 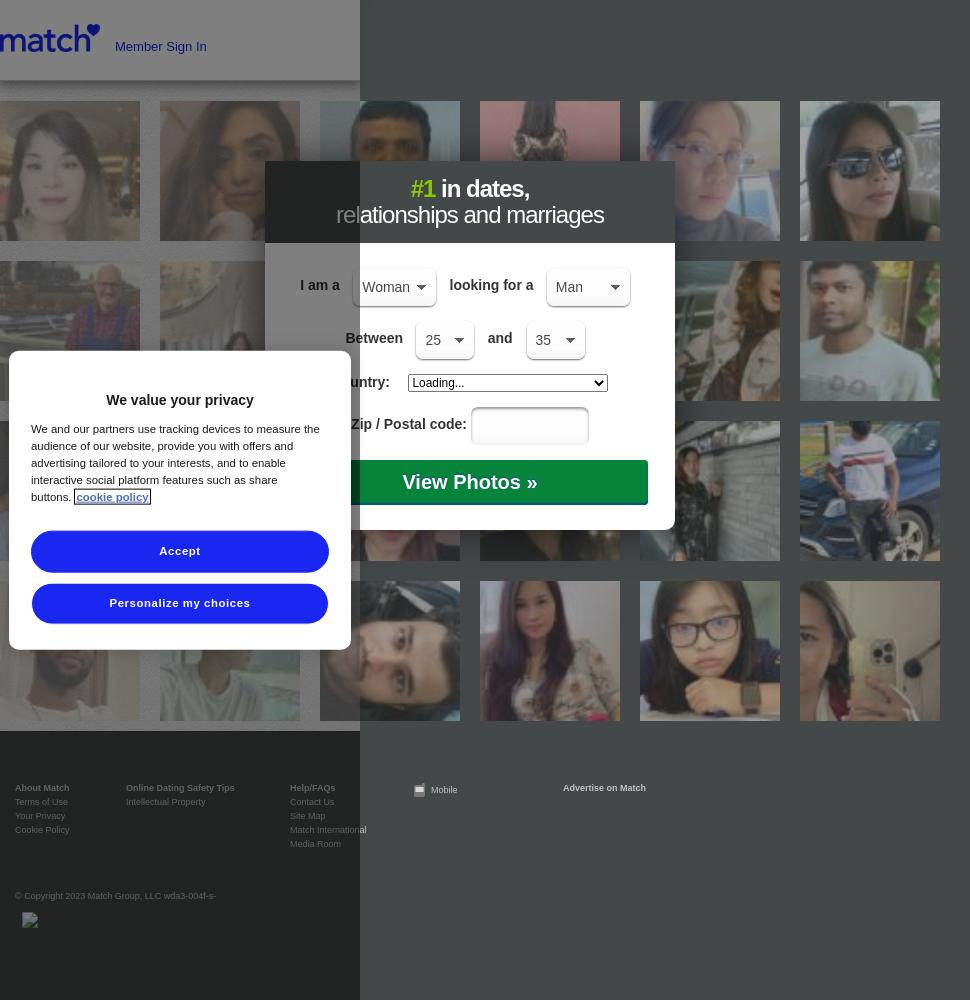 I want to click on 'Online Dating Safety Tips', so click(x=179, y=788).